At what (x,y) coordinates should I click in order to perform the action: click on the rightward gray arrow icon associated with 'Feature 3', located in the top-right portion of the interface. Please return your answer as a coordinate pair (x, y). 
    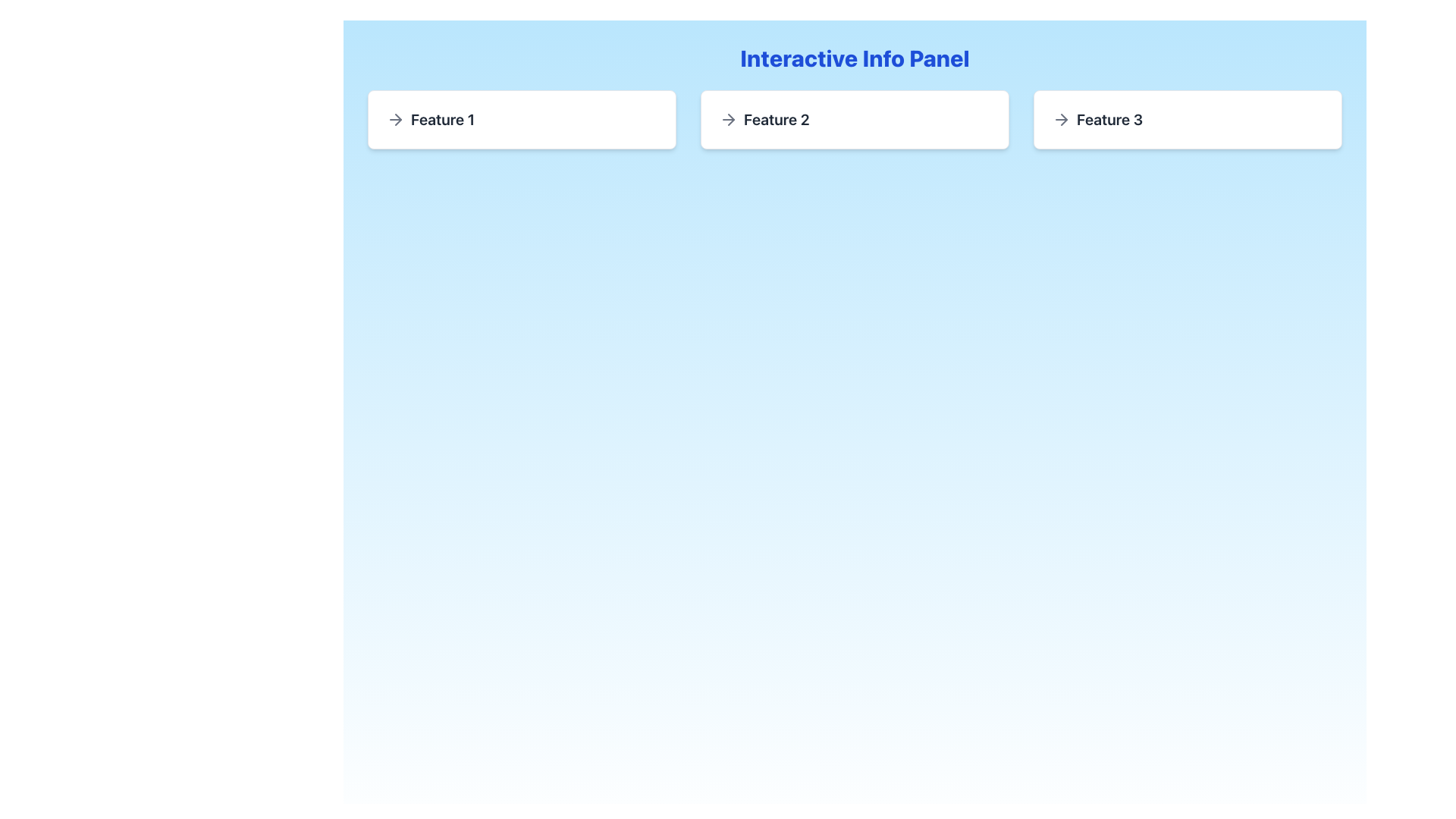
    Looking at the image, I should click on (1061, 119).